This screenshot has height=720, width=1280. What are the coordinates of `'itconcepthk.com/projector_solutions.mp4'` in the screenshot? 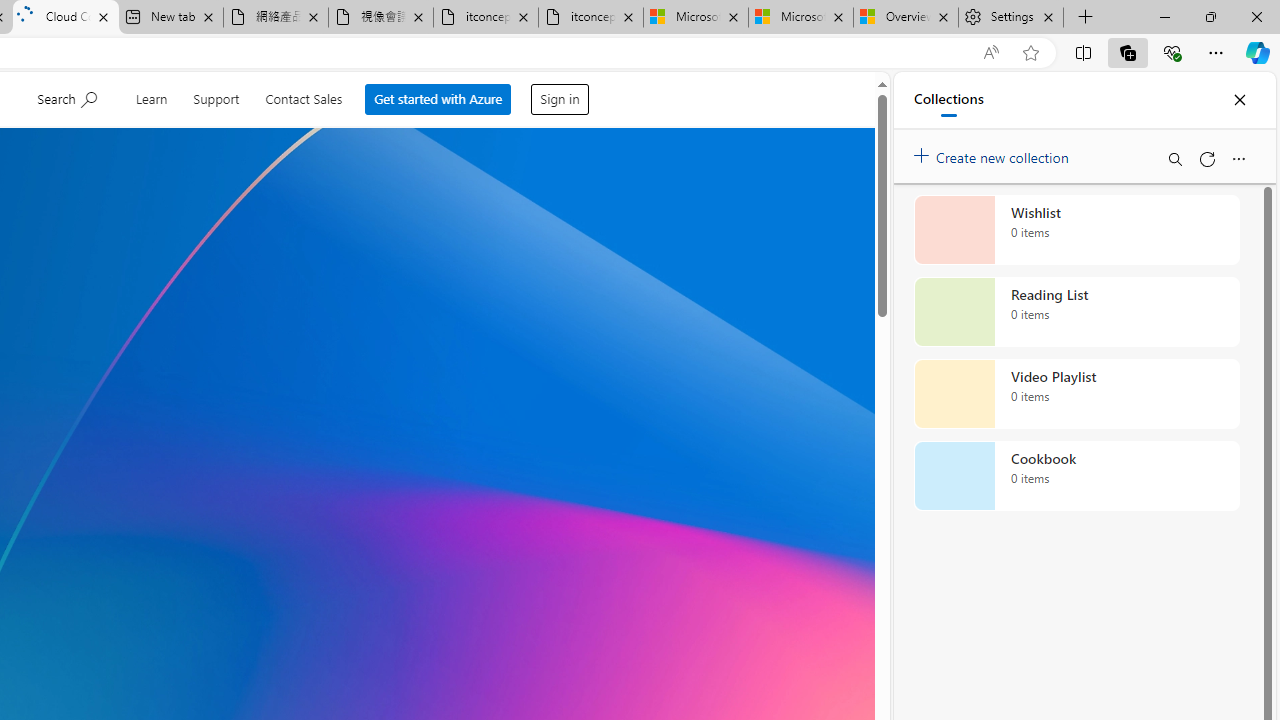 It's located at (589, 17).